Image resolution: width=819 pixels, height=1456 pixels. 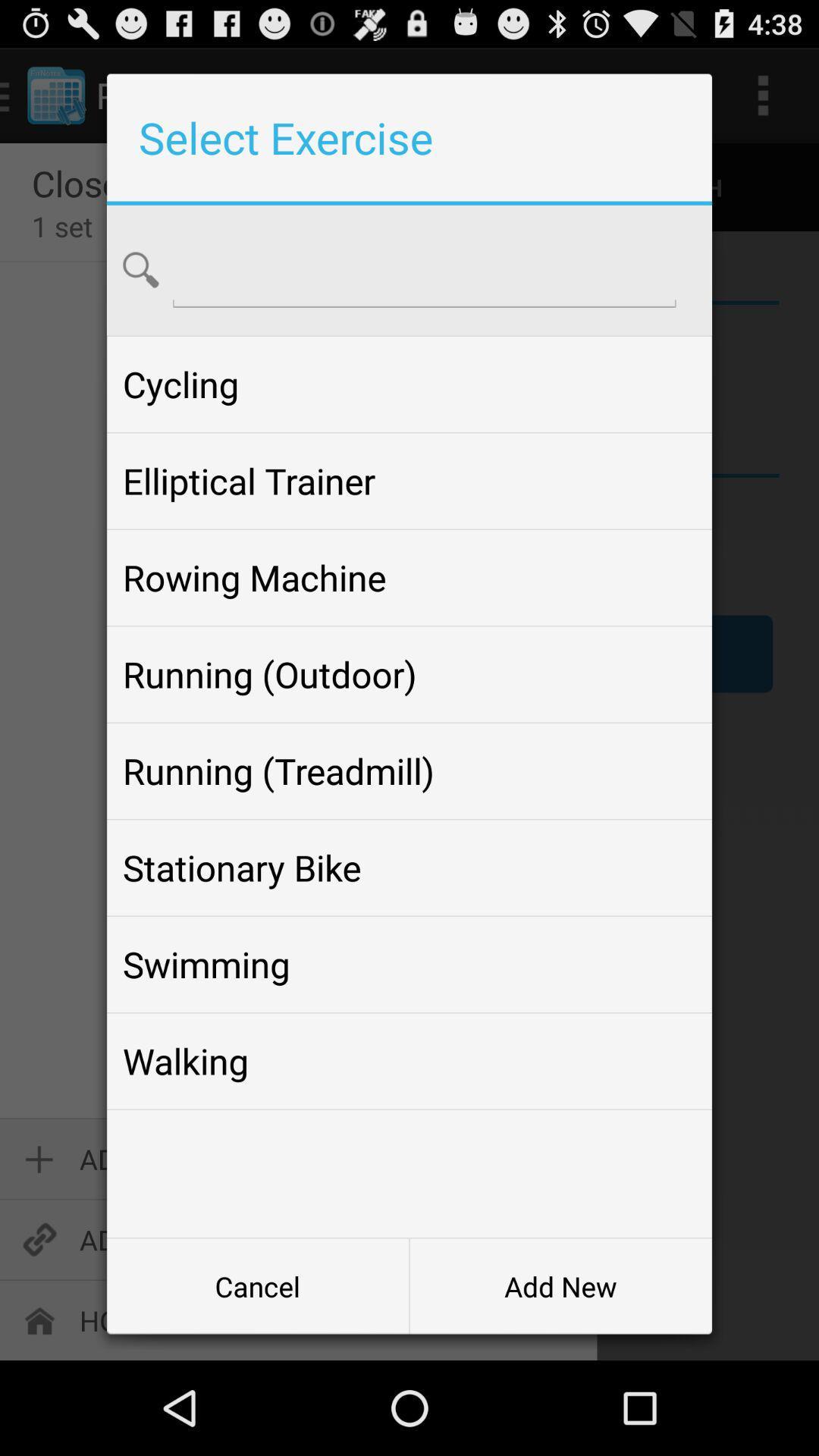 I want to click on the icon above walking, so click(x=409, y=964).